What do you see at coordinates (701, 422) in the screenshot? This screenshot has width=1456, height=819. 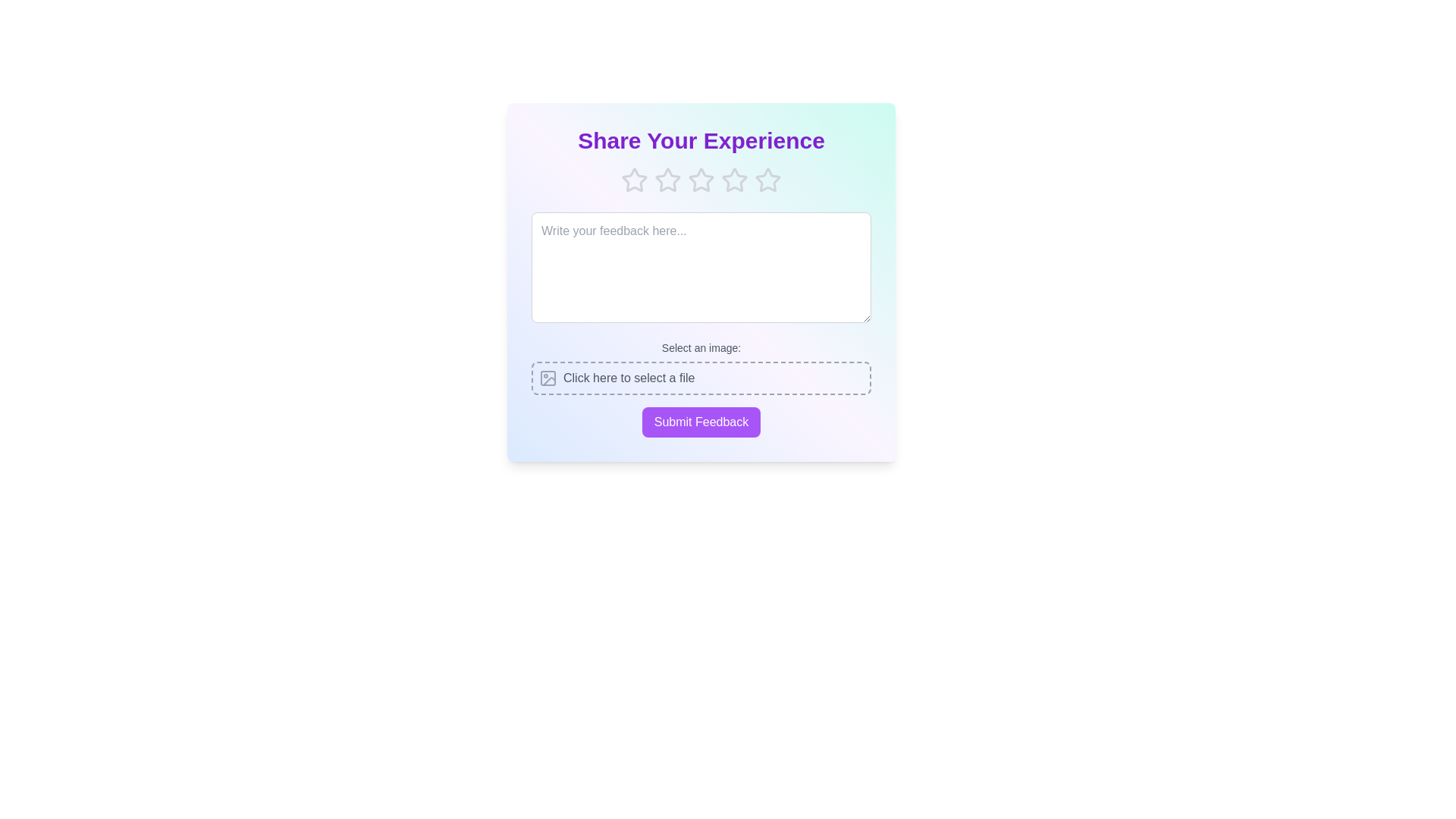 I see `the 'Submit Feedback' button to submit the feedback` at bounding box center [701, 422].